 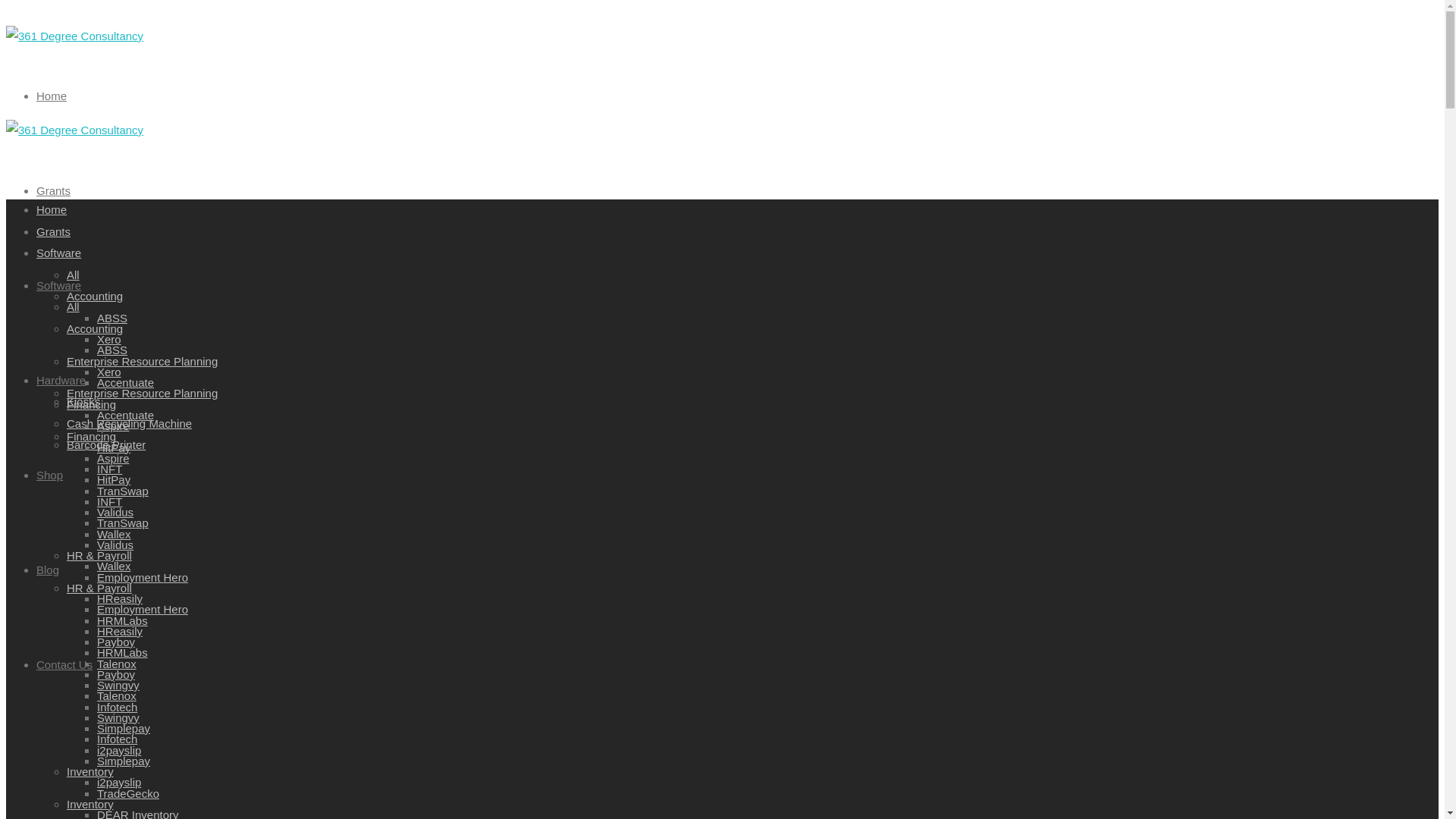 What do you see at coordinates (124, 760) in the screenshot?
I see `'Simplepay'` at bounding box center [124, 760].